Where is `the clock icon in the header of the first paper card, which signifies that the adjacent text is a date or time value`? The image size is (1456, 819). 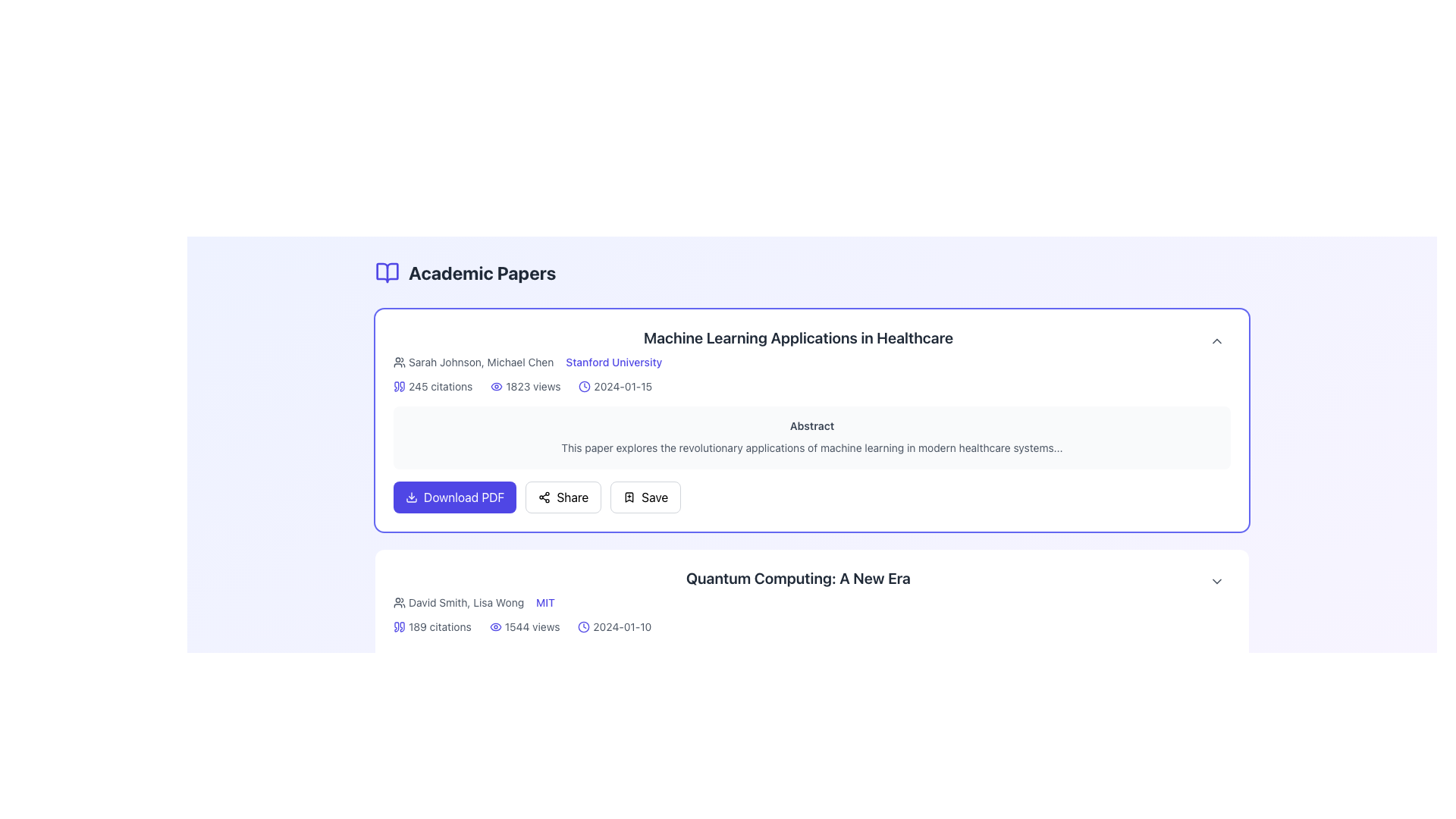
the clock icon in the header of the first paper card, which signifies that the adjacent text is a date or time value is located at coordinates (584, 385).